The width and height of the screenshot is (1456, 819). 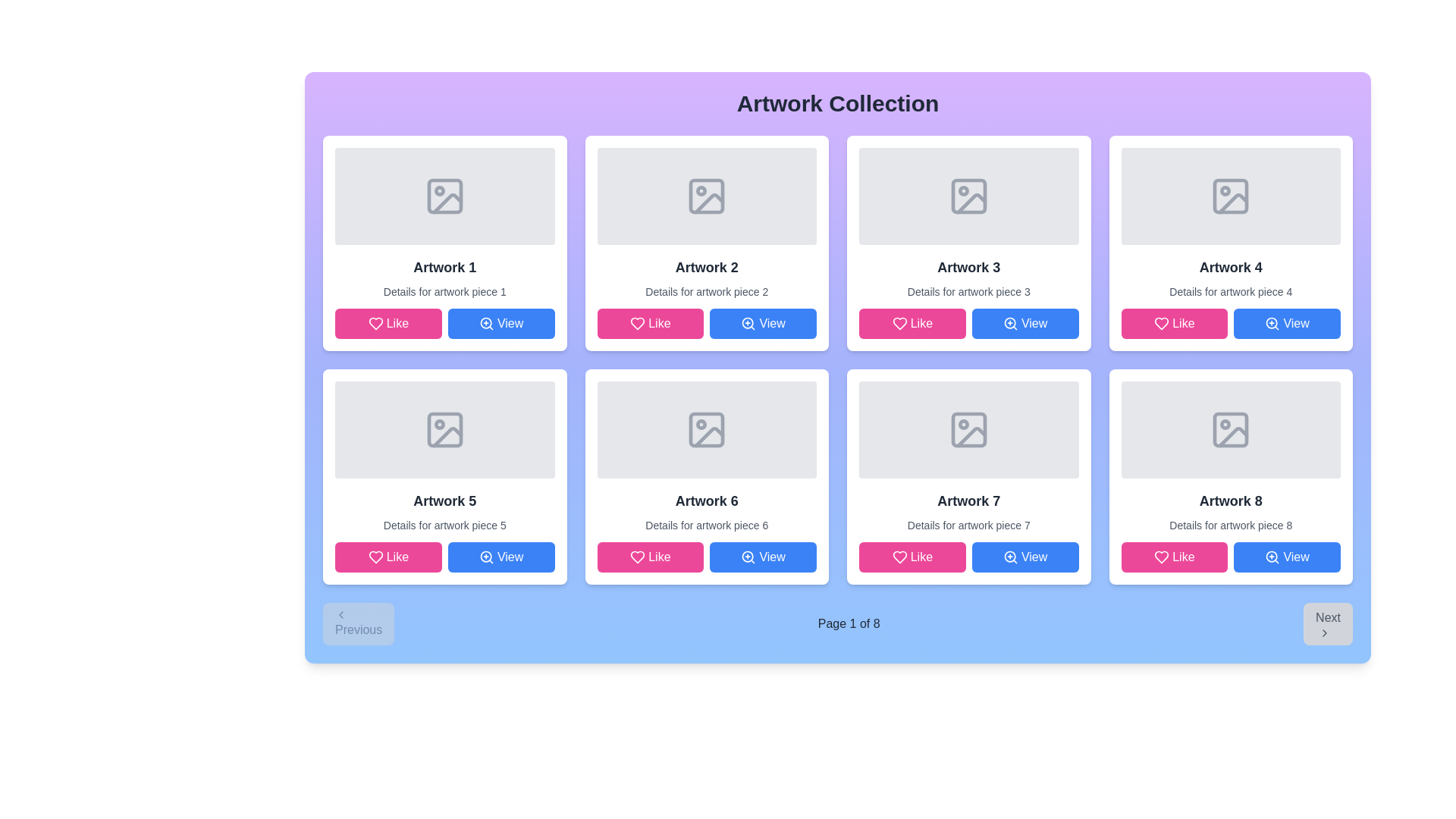 What do you see at coordinates (444, 267) in the screenshot?
I see `the text label representing the artwork item located in the top-left card of the grid layout, positioned below the image placeholder` at bounding box center [444, 267].